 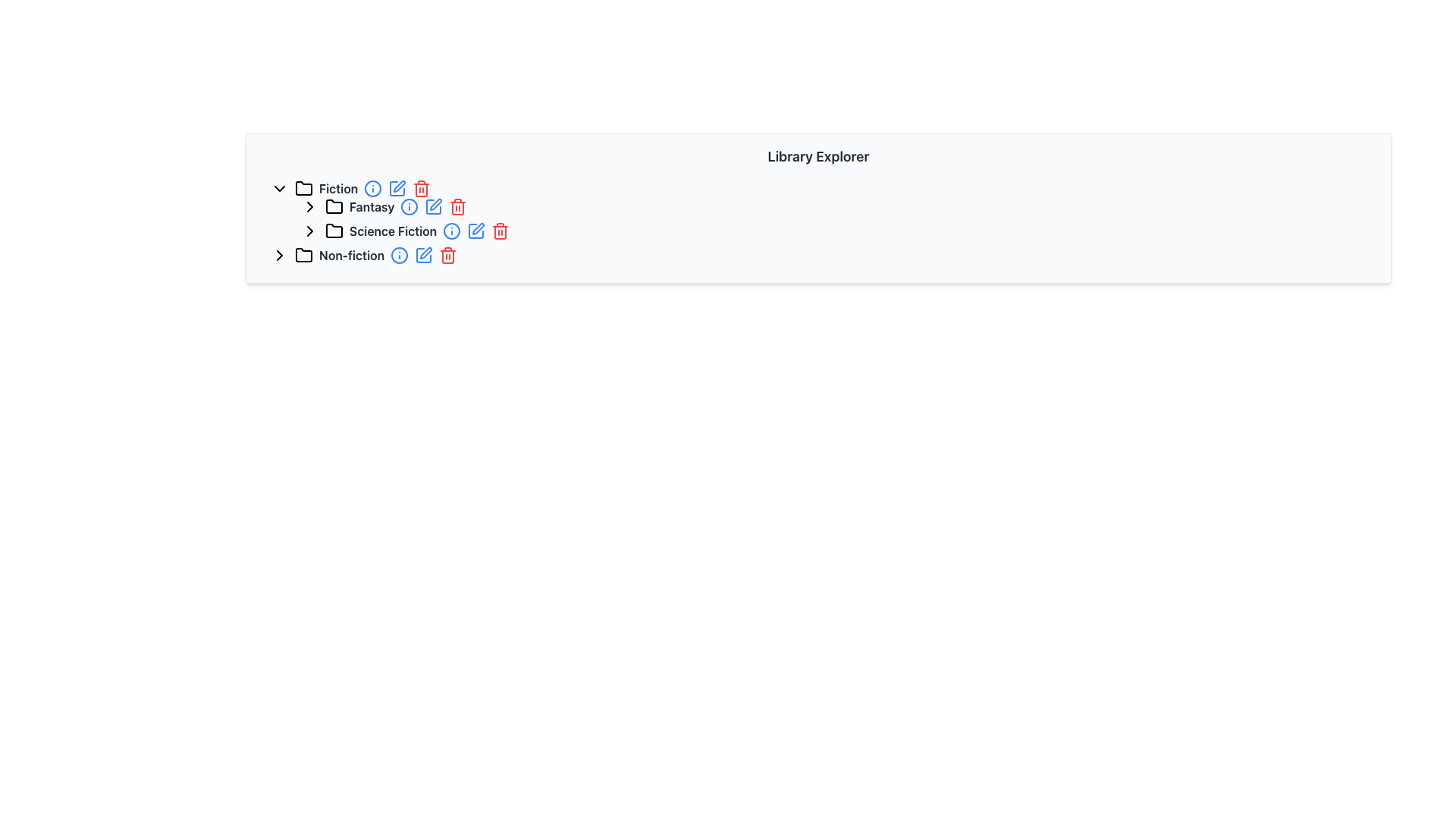 I want to click on the blue edit icon button next to the 'Fiction' folder, so click(x=397, y=188).